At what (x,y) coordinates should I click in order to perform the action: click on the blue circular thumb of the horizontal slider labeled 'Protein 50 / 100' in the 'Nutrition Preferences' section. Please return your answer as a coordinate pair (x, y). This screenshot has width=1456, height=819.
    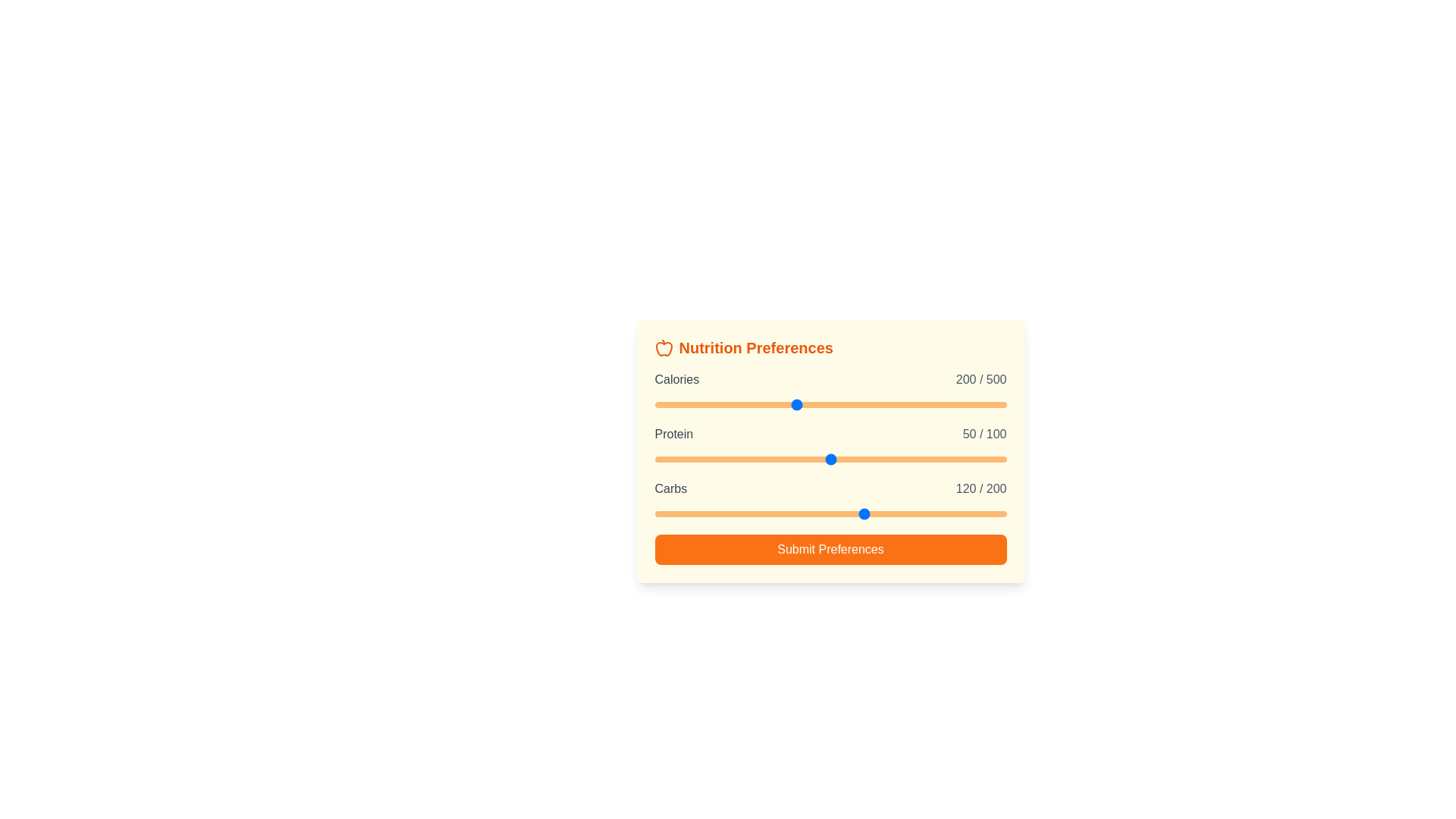
    Looking at the image, I should click on (830, 458).